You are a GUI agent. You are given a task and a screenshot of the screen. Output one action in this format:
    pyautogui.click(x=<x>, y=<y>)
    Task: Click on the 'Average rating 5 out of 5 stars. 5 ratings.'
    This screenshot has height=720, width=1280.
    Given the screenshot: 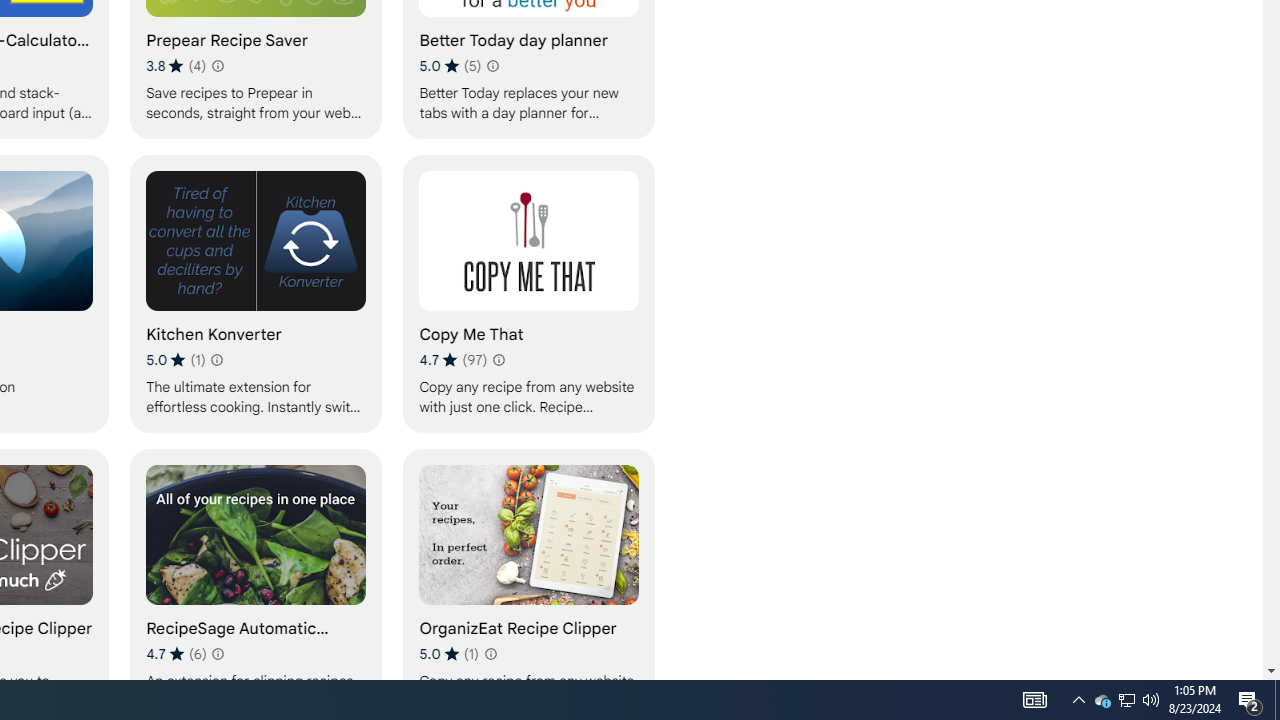 What is the action you would take?
    pyautogui.click(x=449, y=65)
    